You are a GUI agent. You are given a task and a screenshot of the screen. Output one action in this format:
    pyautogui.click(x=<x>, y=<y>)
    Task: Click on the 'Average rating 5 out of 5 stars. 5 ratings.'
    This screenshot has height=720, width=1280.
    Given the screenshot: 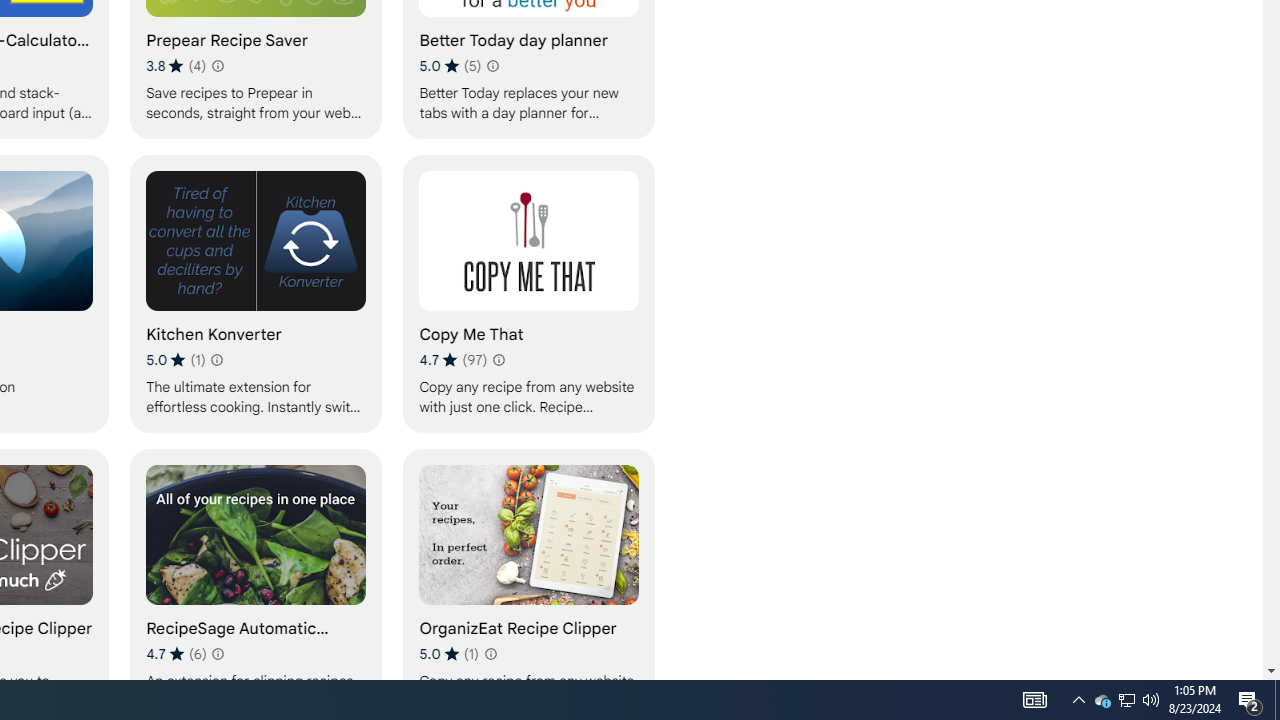 What is the action you would take?
    pyautogui.click(x=449, y=65)
    